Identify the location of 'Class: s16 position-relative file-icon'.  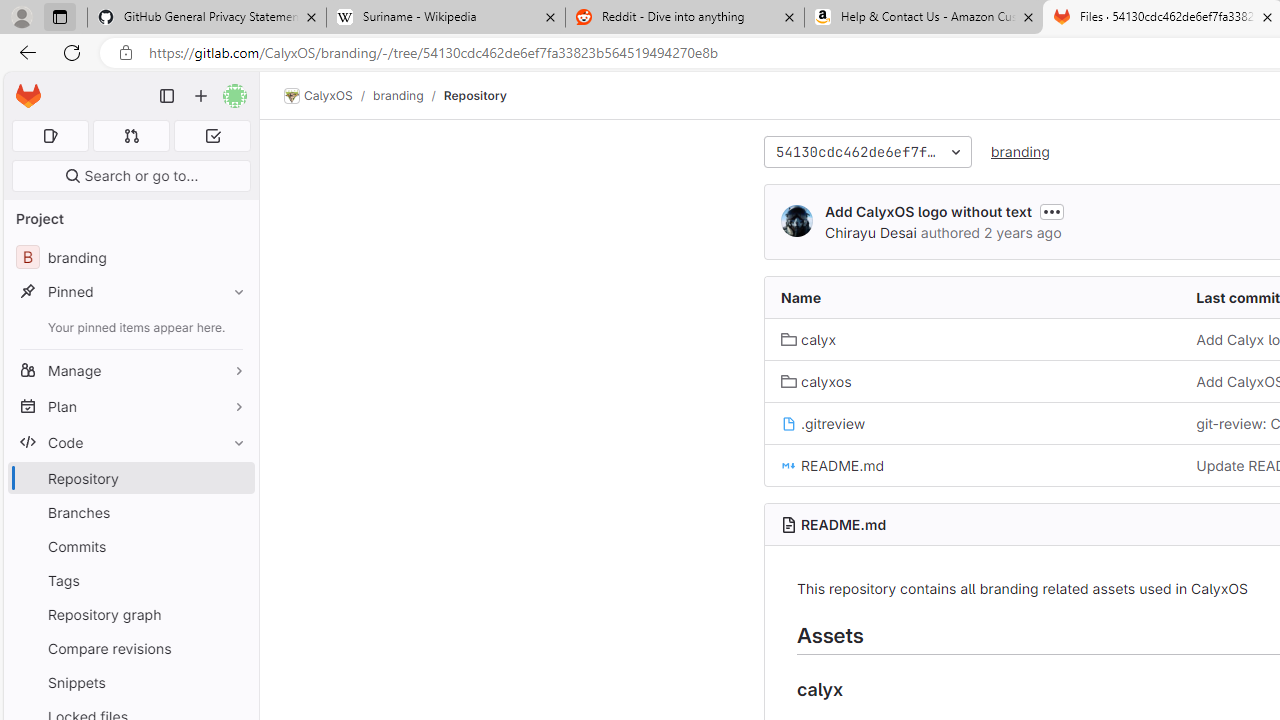
(788, 465).